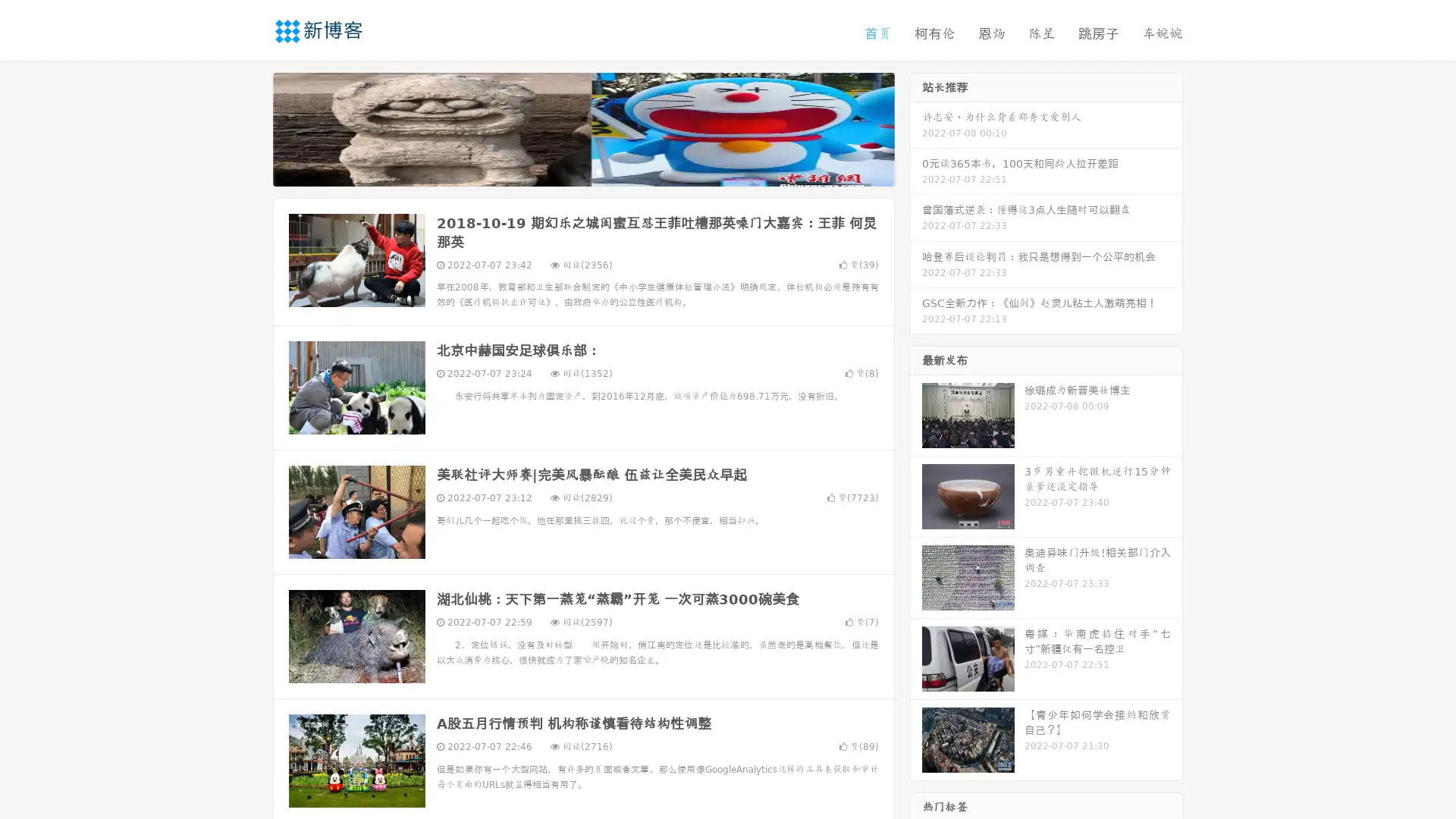 This screenshot has height=819, width=1456. Describe the element at coordinates (567, 171) in the screenshot. I see `Go to slide 1` at that location.